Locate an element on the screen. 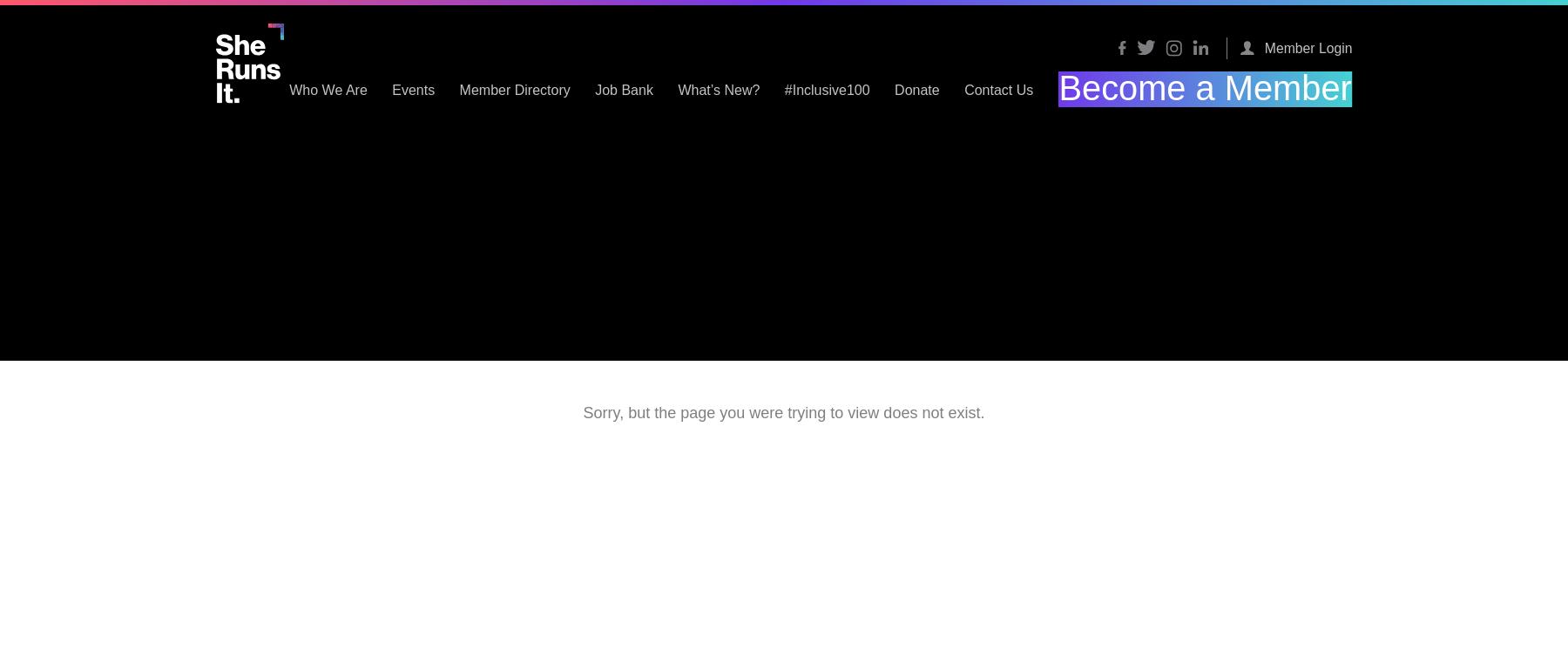  'Who We Are' is located at coordinates (463, 89).